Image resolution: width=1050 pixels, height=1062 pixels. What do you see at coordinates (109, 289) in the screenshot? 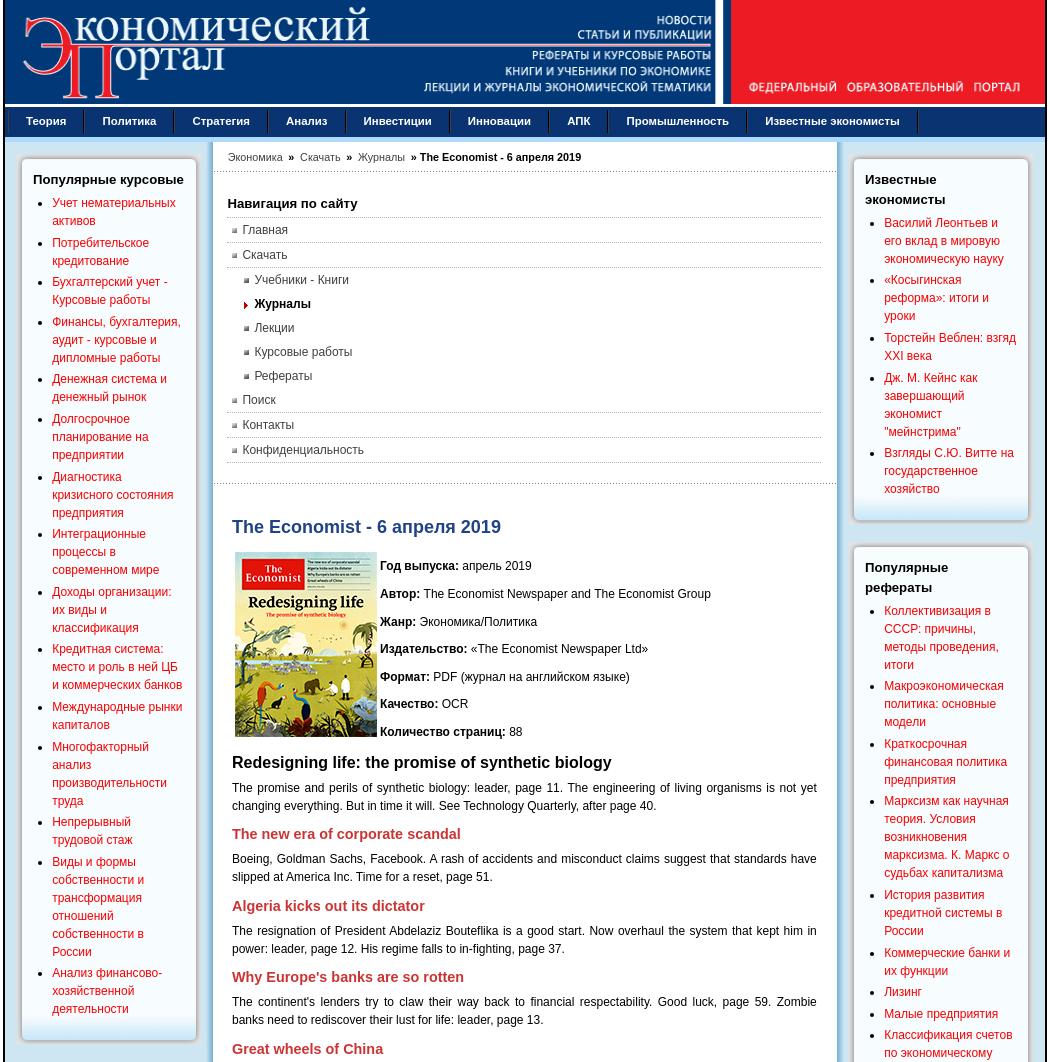
I see `'Бухгалтерский учет - Курсовые работы'` at bounding box center [109, 289].